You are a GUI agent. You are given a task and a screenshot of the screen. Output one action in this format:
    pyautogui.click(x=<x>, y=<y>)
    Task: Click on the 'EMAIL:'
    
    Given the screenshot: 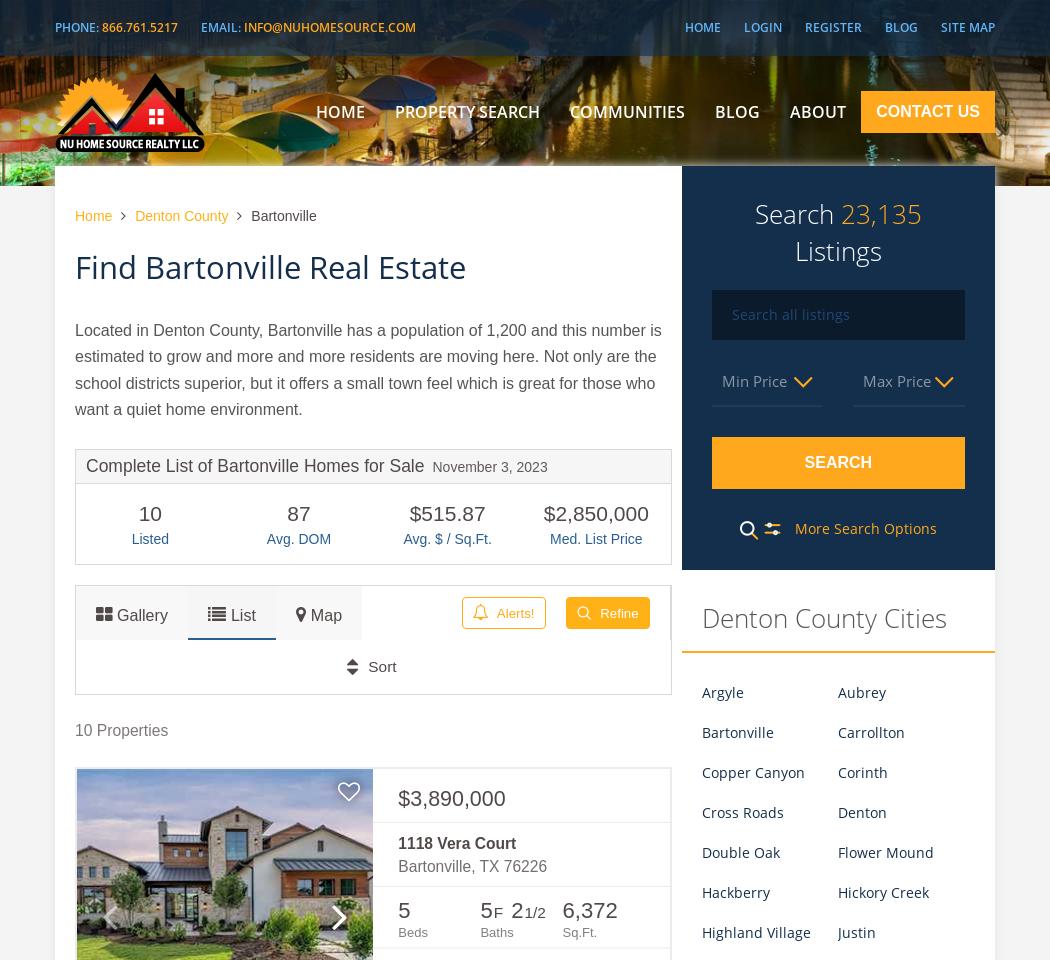 What is the action you would take?
    pyautogui.click(x=220, y=26)
    